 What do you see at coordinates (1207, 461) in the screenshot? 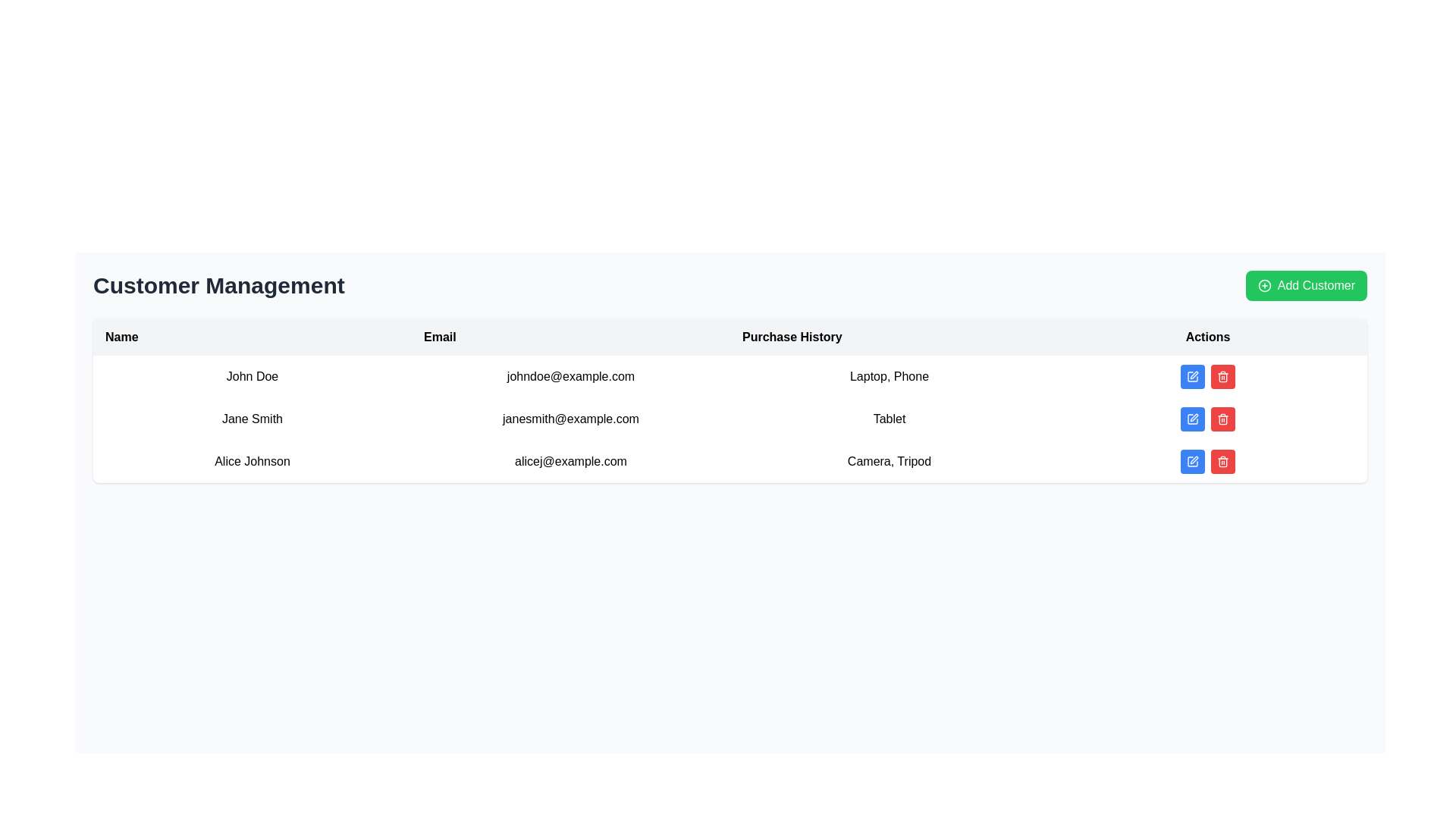
I see `the red delete button in the interactive button group located in the 'Actions' column of the last row for user 'Alice Johnson'` at bounding box center [1207, 461].